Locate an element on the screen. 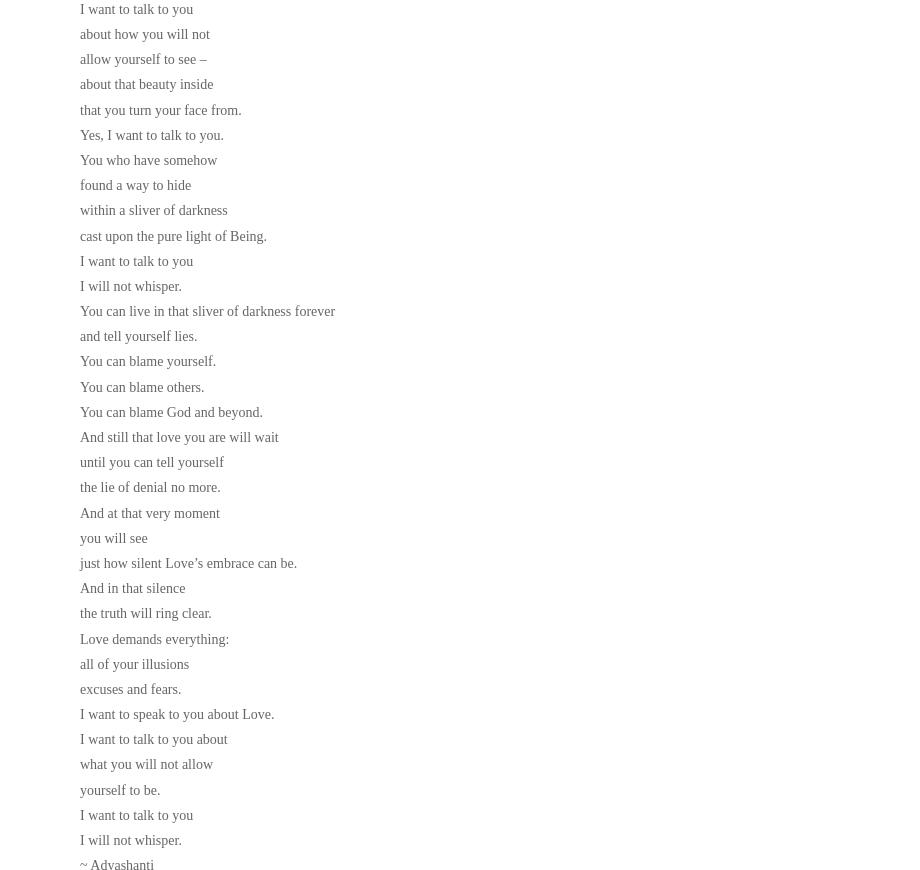 This screenshot has width=920, height=870. 'about that beauty inside' is located at coordinates (145, 83).